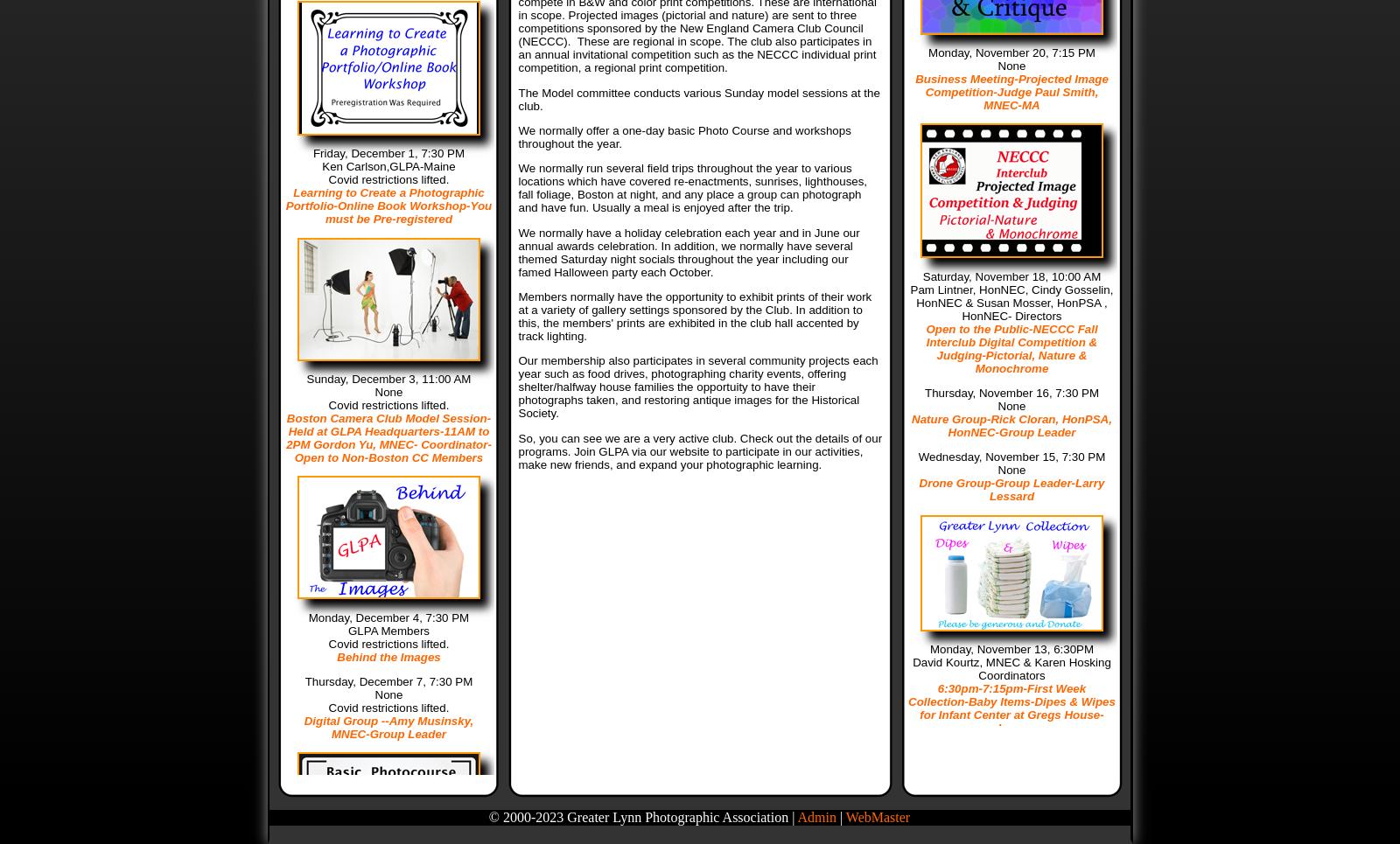  I want to click on 'Drone Group-Group Leader-Larry Lessard', so click(1011, 489).